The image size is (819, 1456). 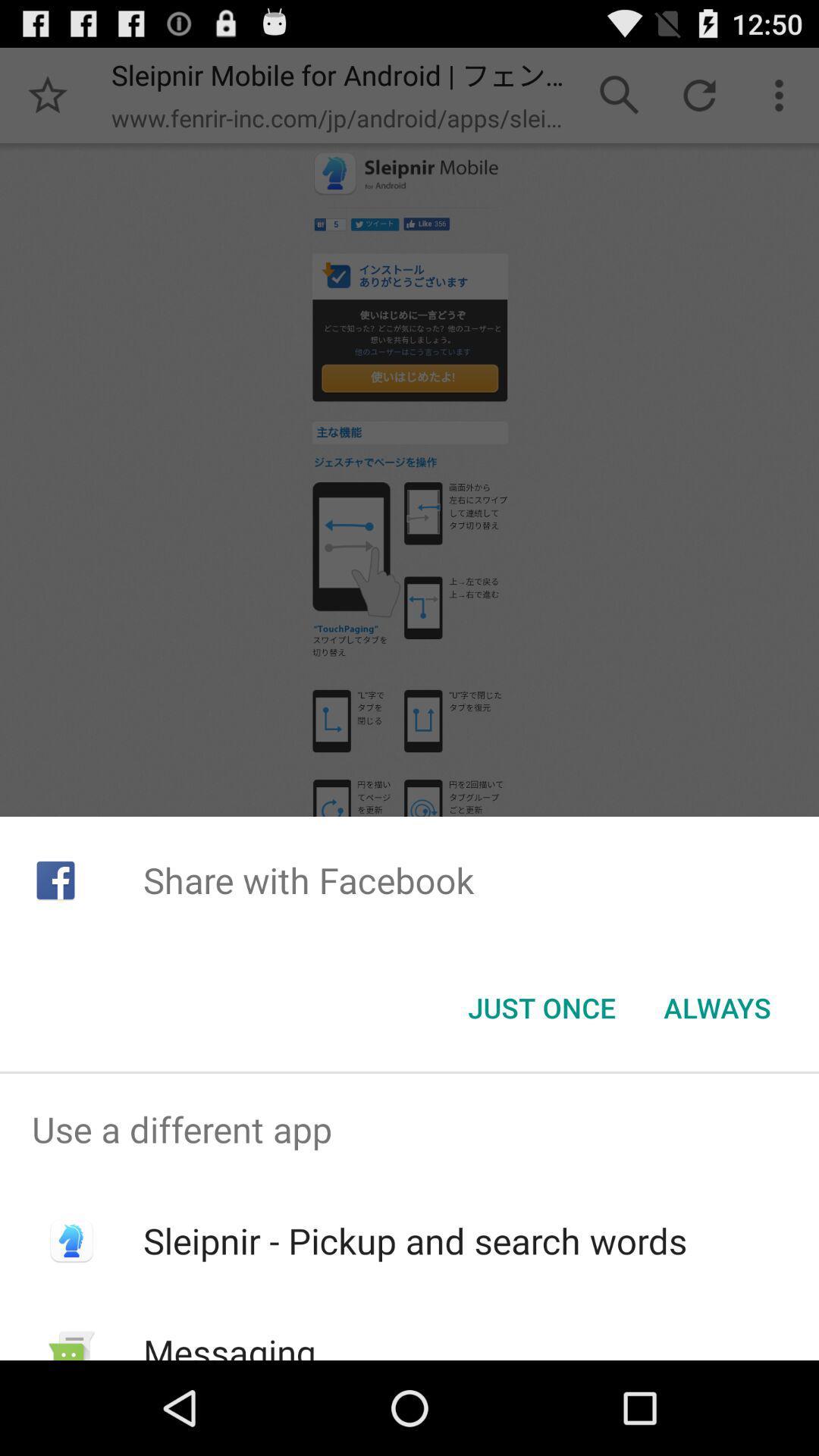 I want to click on the button to the left of always button, so click(x=541, y=1008).